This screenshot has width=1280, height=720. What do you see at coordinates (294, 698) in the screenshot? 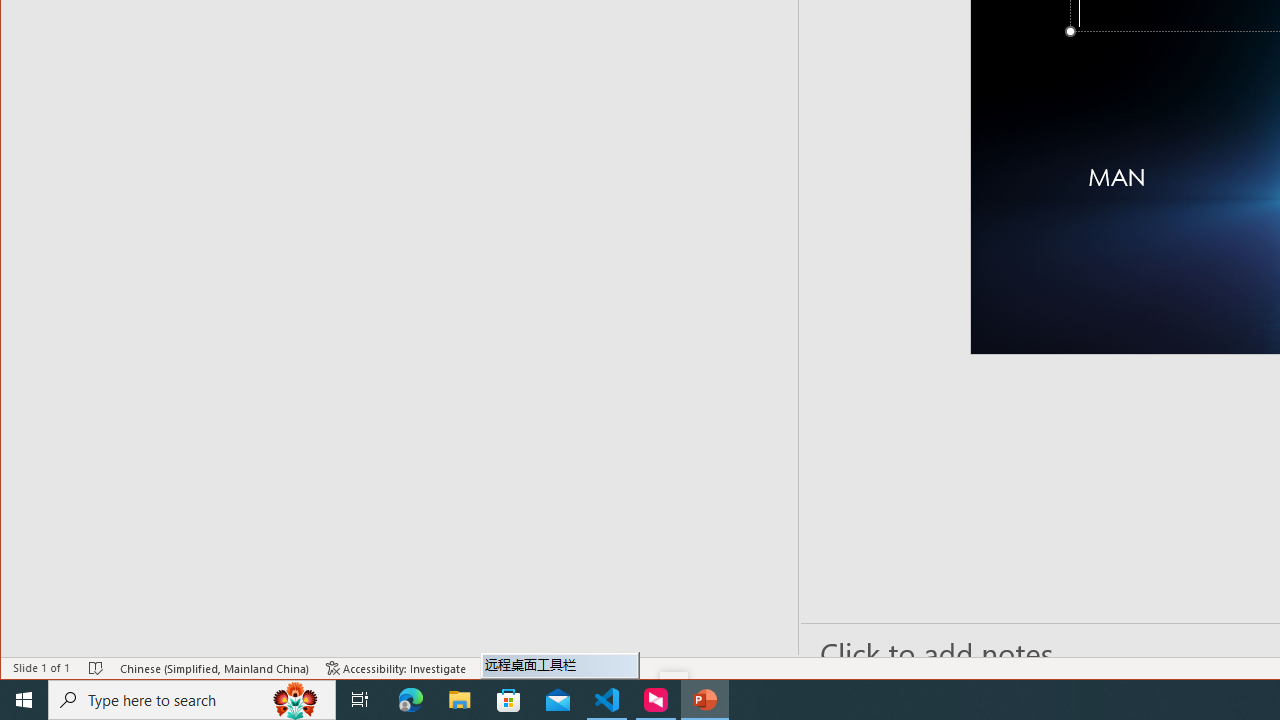
I see `'Search highlights icon opens search home window'` at bounding box center [294, 698].